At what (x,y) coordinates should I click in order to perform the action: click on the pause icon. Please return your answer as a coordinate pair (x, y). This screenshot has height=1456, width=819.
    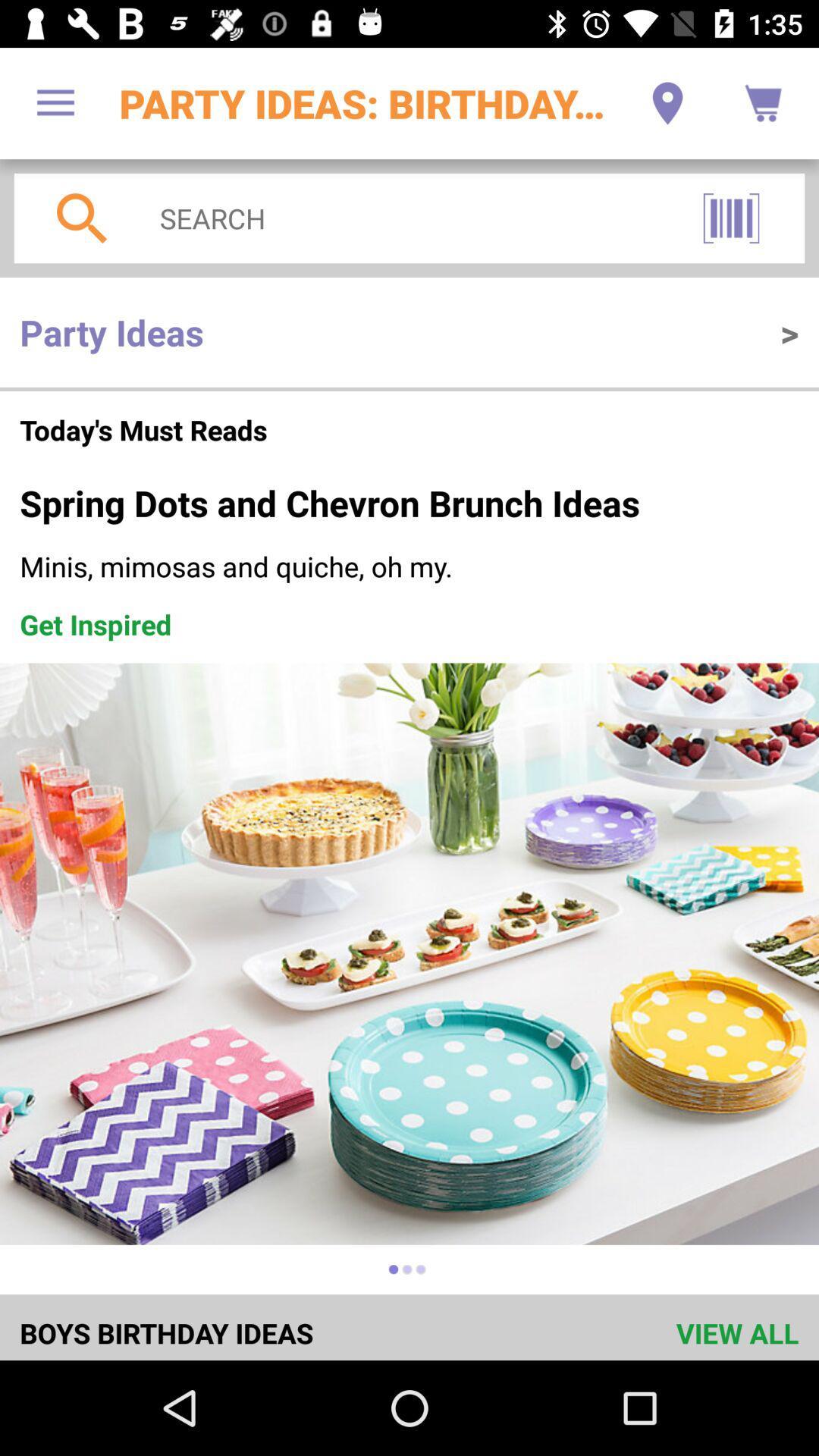
    Looking at the image, I should click on (730, 218).